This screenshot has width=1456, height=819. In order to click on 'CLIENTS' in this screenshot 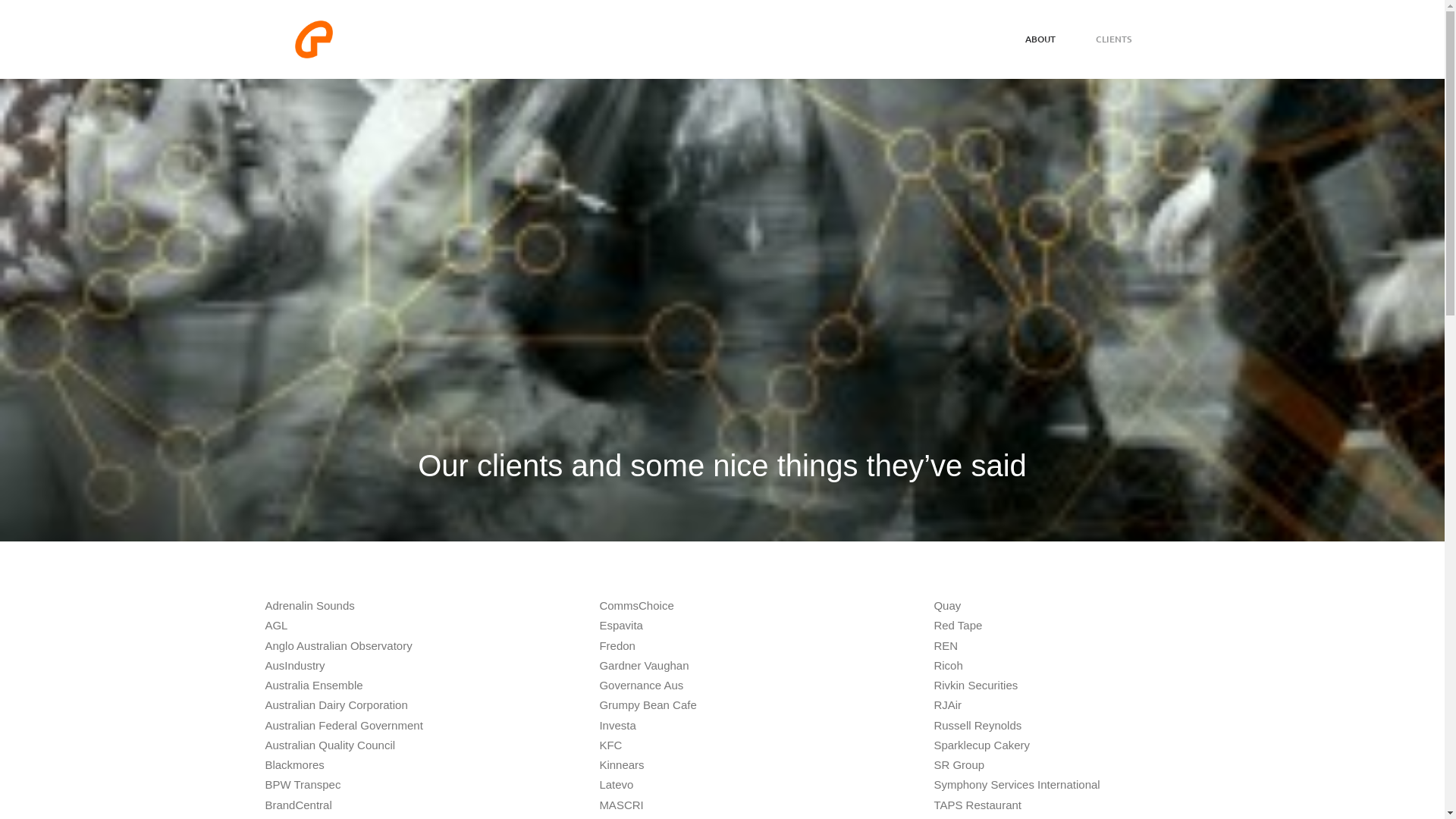, I will do `click(1076, 38)`.